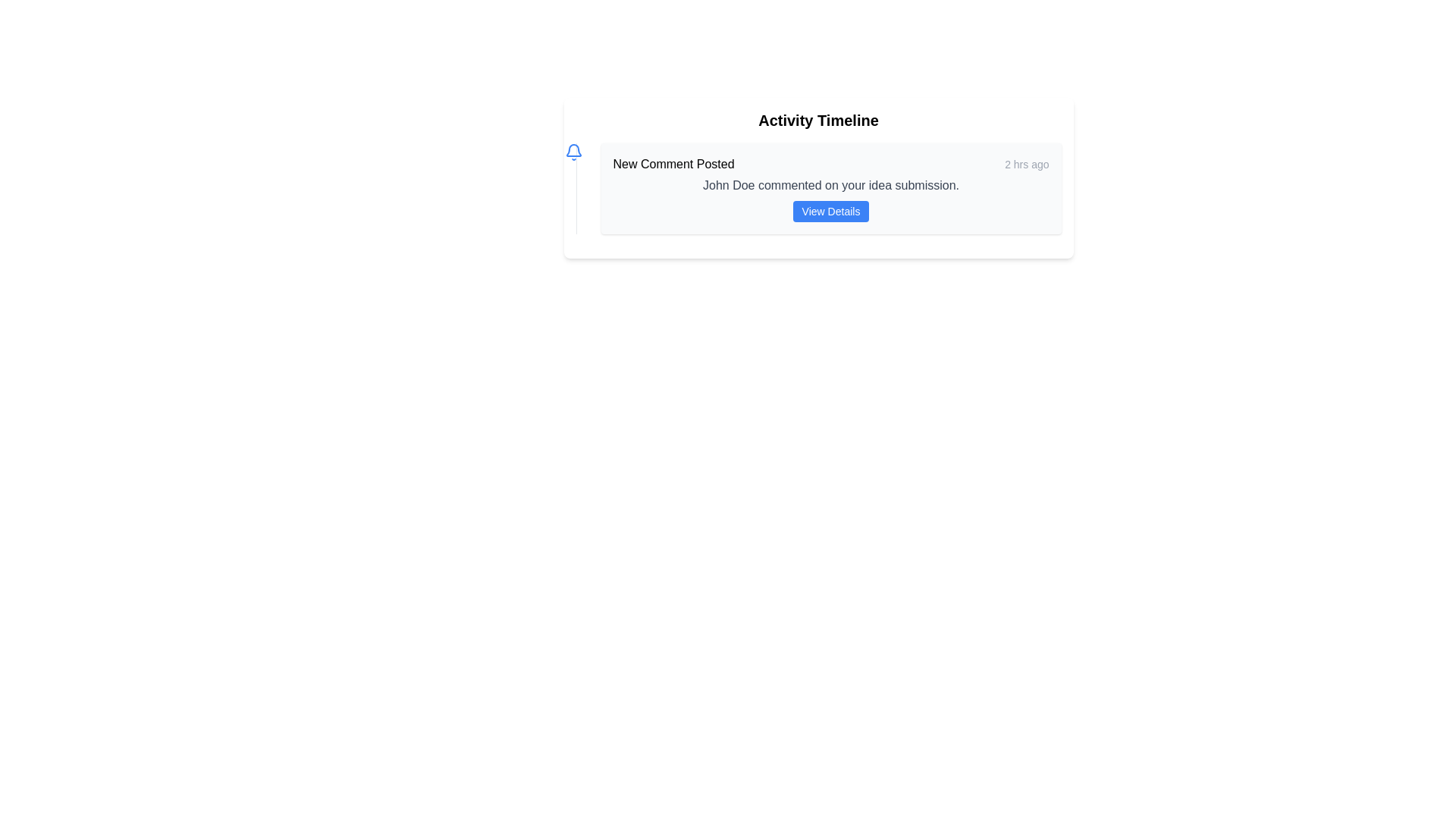  Describe the element at coordinates (573, 152) in the screenshot. I see `notification icon indicating a new comment posted, located on the left side of the timeline entry block in the 'Activity Timeline' section` at that location.